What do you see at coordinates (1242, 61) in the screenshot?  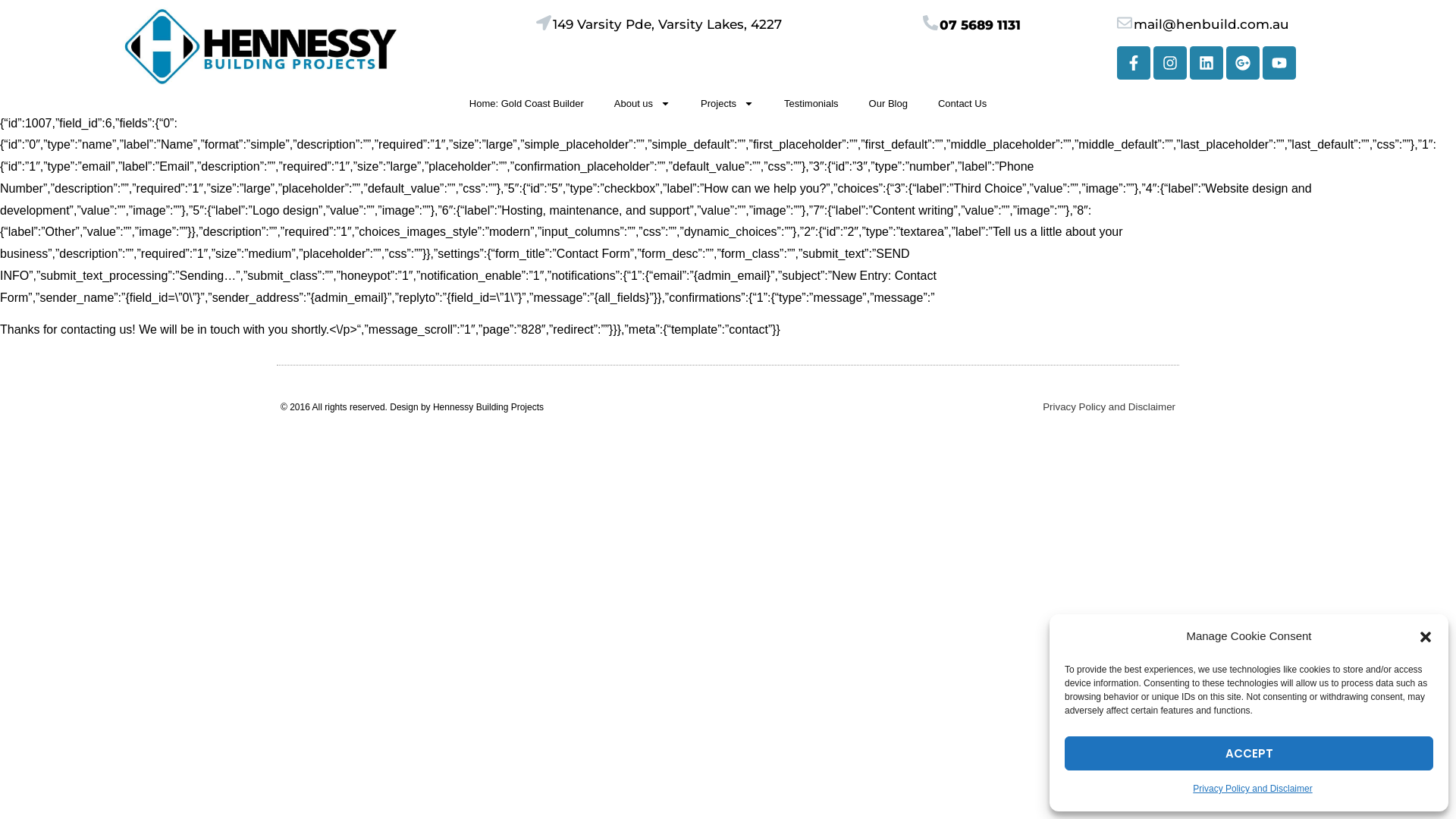 I see `'Google-plus'` at bounding box center [1242, 61].